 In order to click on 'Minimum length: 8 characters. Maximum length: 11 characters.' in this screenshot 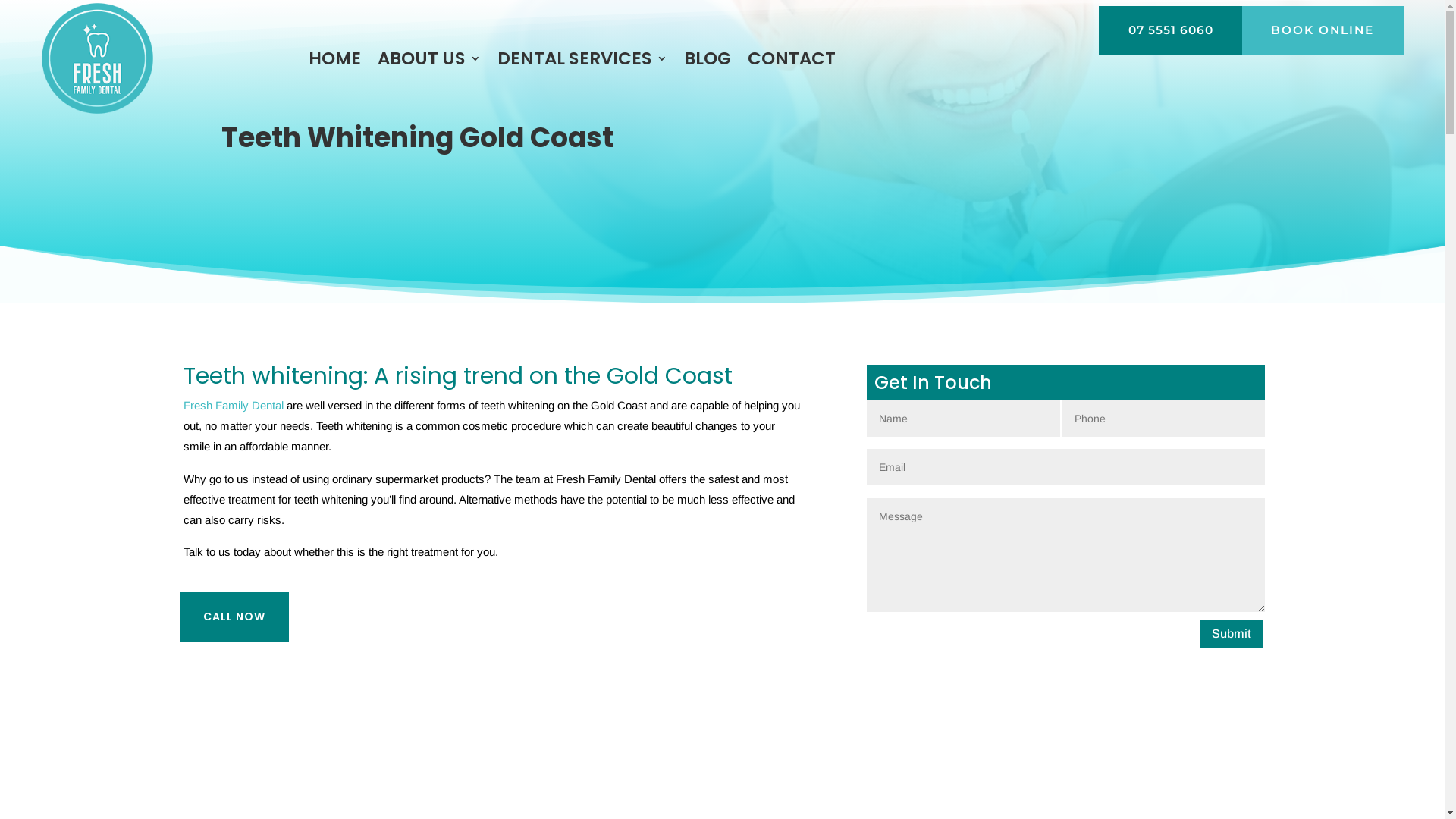, I will do `click(1163, 418)`.